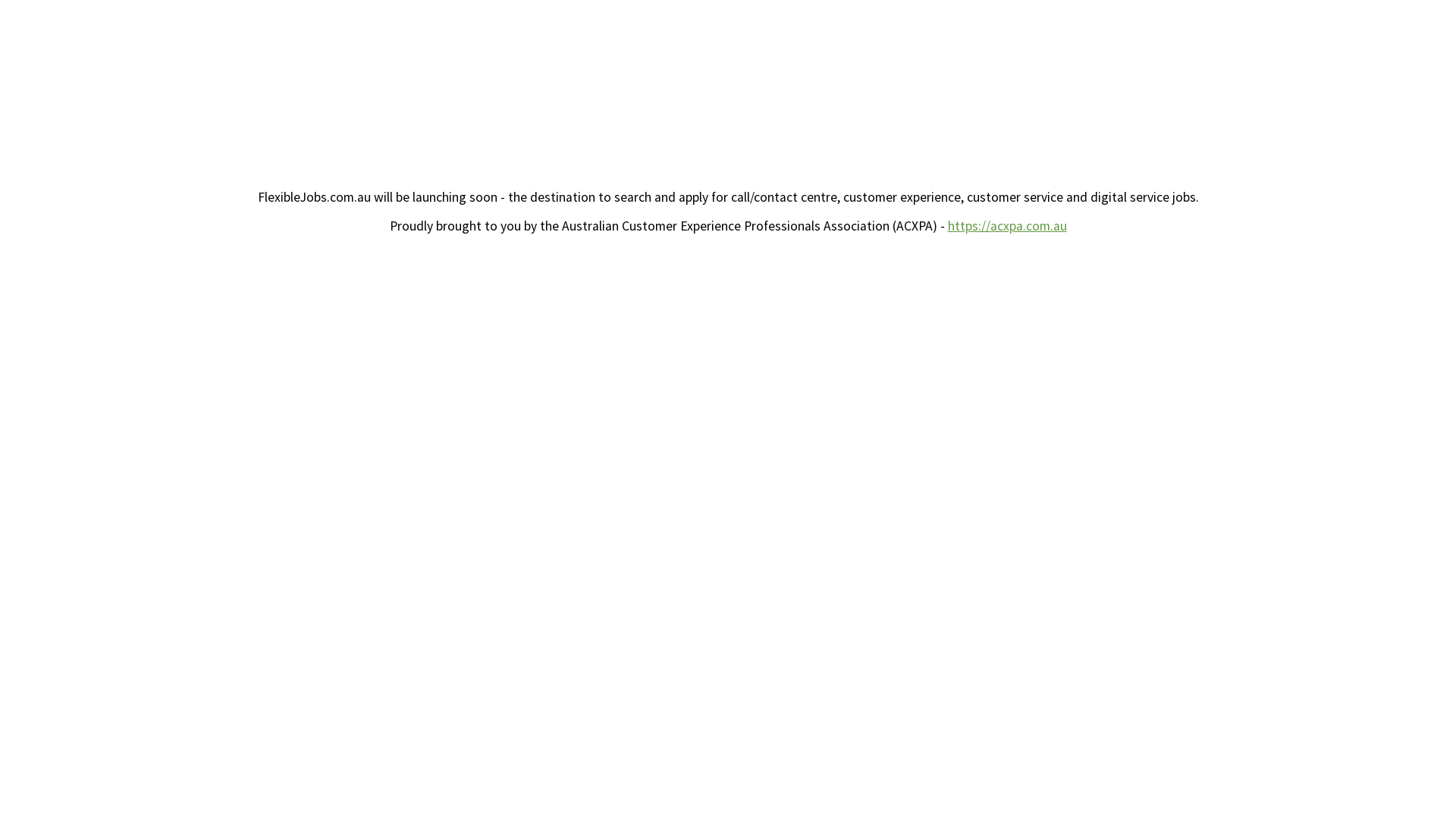 The width and height of the screenshot is (1456, 819). What do you see at coordinates (1007, 225) in the screenshot?
I see `'https://acxpa.com.au'` at bounding box center [1007, 225].